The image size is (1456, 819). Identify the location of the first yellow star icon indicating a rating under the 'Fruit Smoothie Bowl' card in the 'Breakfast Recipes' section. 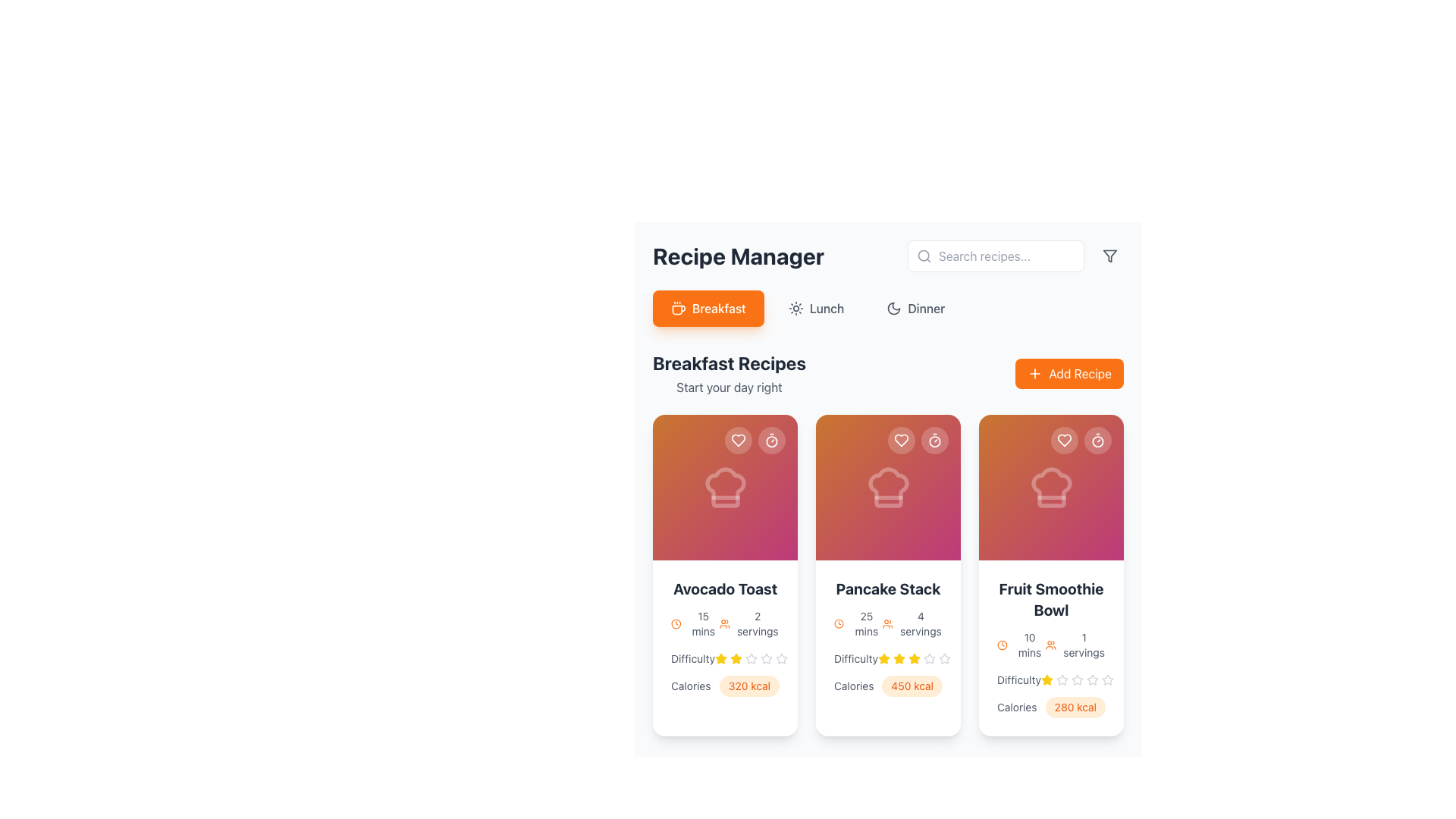
(1046, 679).